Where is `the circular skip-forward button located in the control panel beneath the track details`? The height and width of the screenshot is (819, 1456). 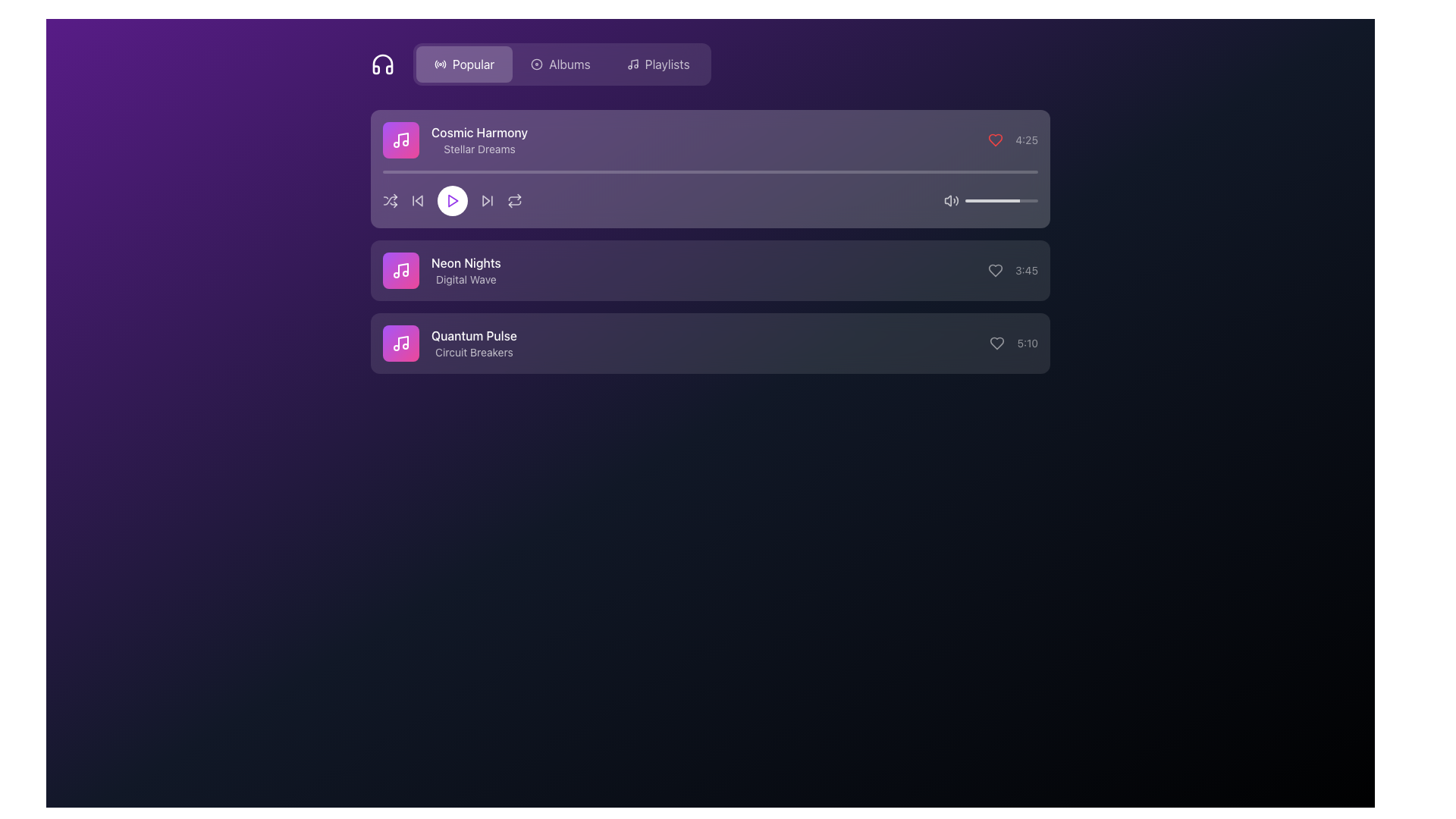 the circular skip-forward button located in the control panel beneath the track details is located at coordinates (488, 200).